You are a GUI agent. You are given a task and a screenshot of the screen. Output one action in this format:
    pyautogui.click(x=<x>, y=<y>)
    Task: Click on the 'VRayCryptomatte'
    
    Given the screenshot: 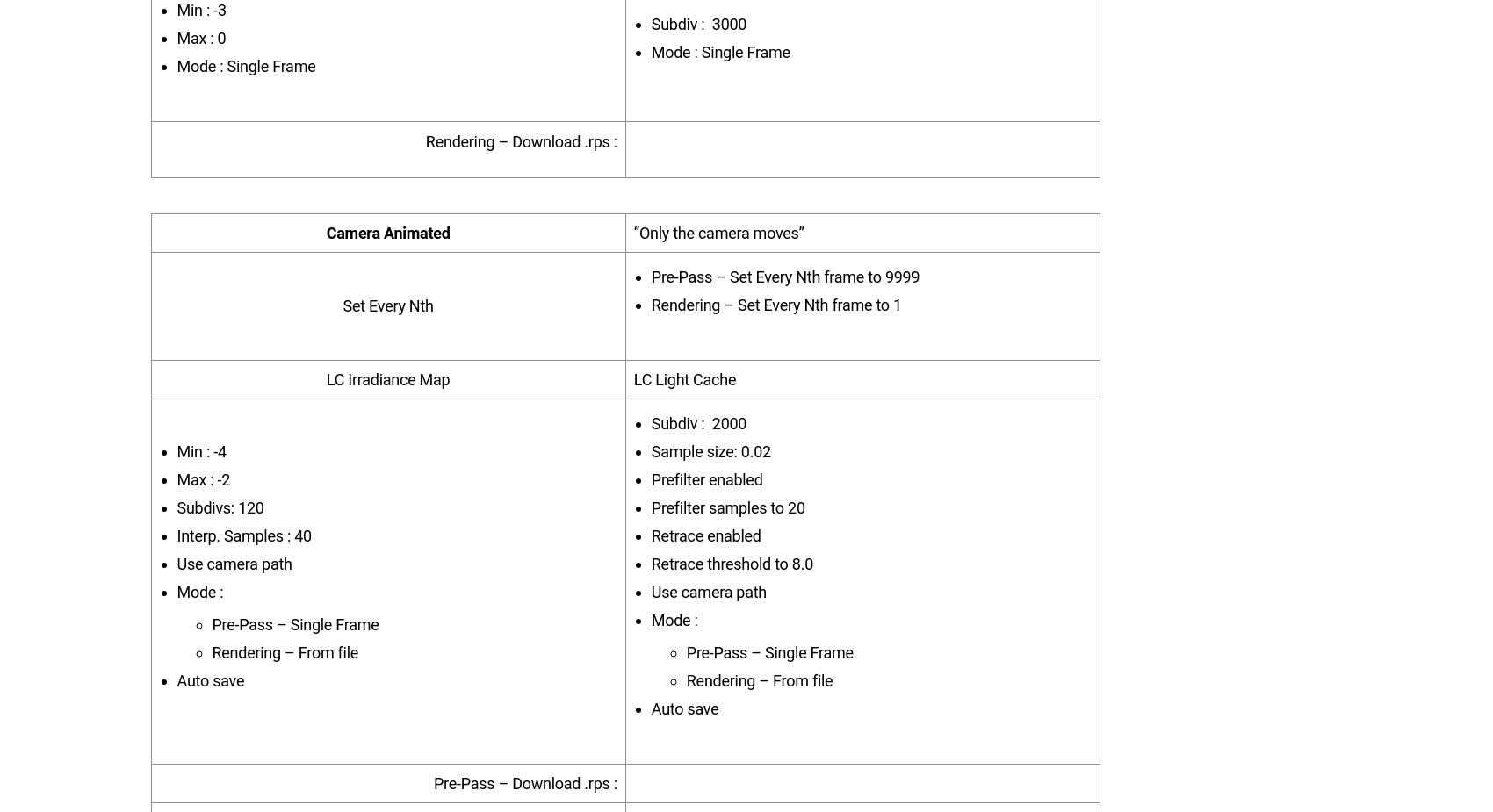 What is the action you would take?
    pyautogui.click(x=624, y=488)
    